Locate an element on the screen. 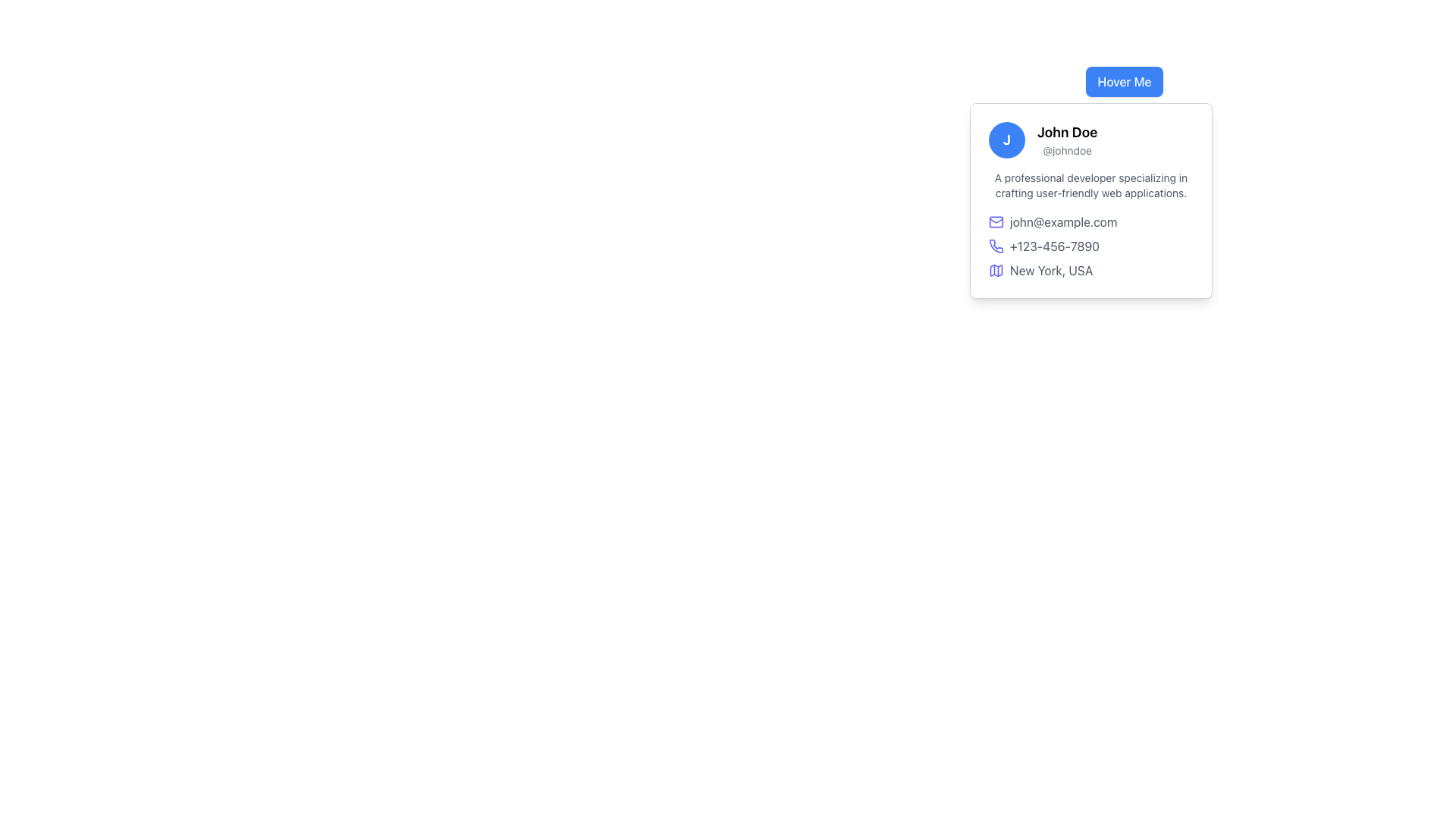 The height and width of the screenshot is (819, 1456). descriptive text stating 'A professional developer specializing in crafting user-friendly web applications.' located beneath the user's name and handle in the profile card is located at coordinates (1090, 185).